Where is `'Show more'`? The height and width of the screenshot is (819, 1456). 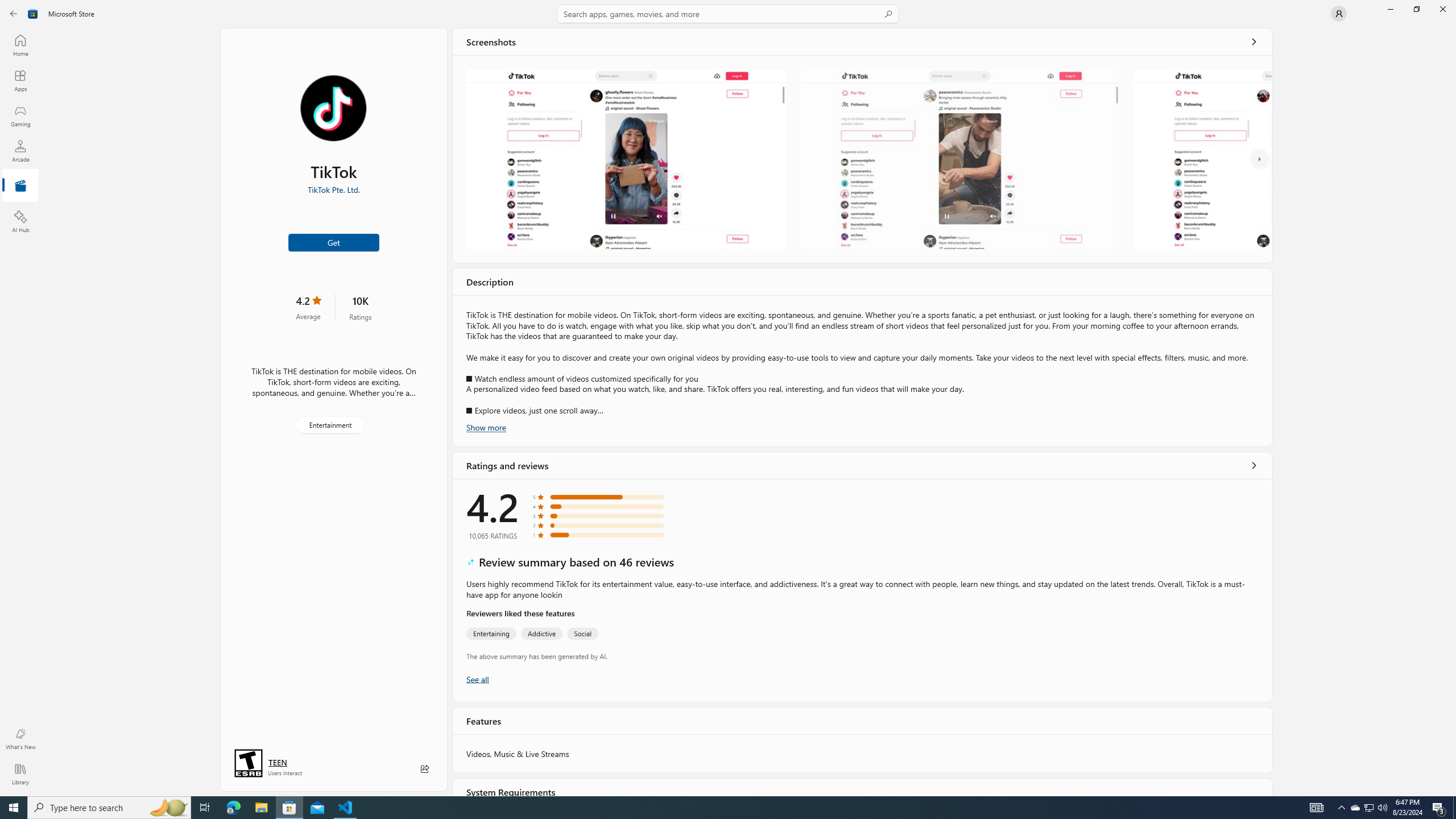 'Show more' is located at coordinates (485, 427).